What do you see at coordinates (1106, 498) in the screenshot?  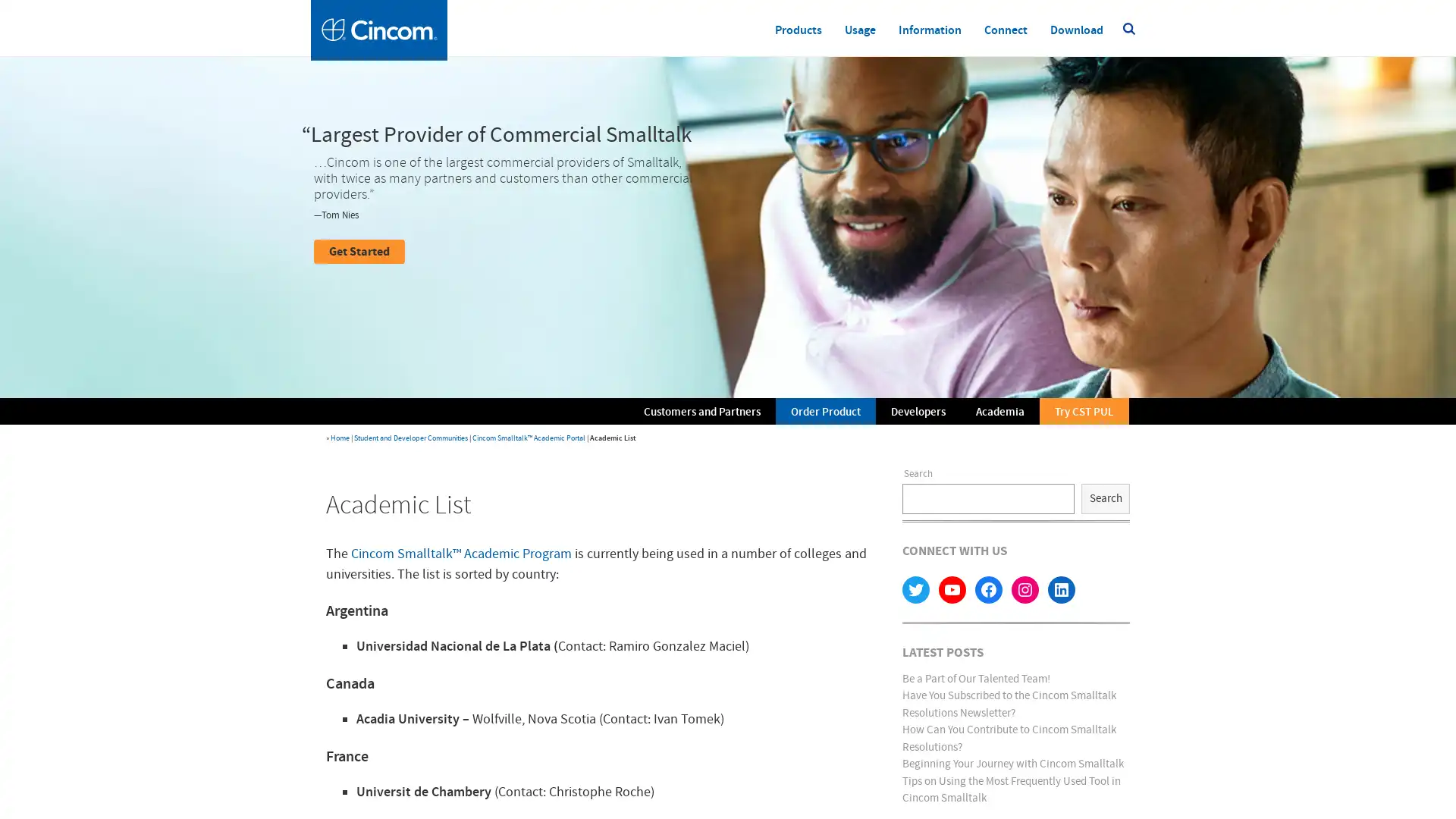 I see `Search` at bounding box center [1106, 498].